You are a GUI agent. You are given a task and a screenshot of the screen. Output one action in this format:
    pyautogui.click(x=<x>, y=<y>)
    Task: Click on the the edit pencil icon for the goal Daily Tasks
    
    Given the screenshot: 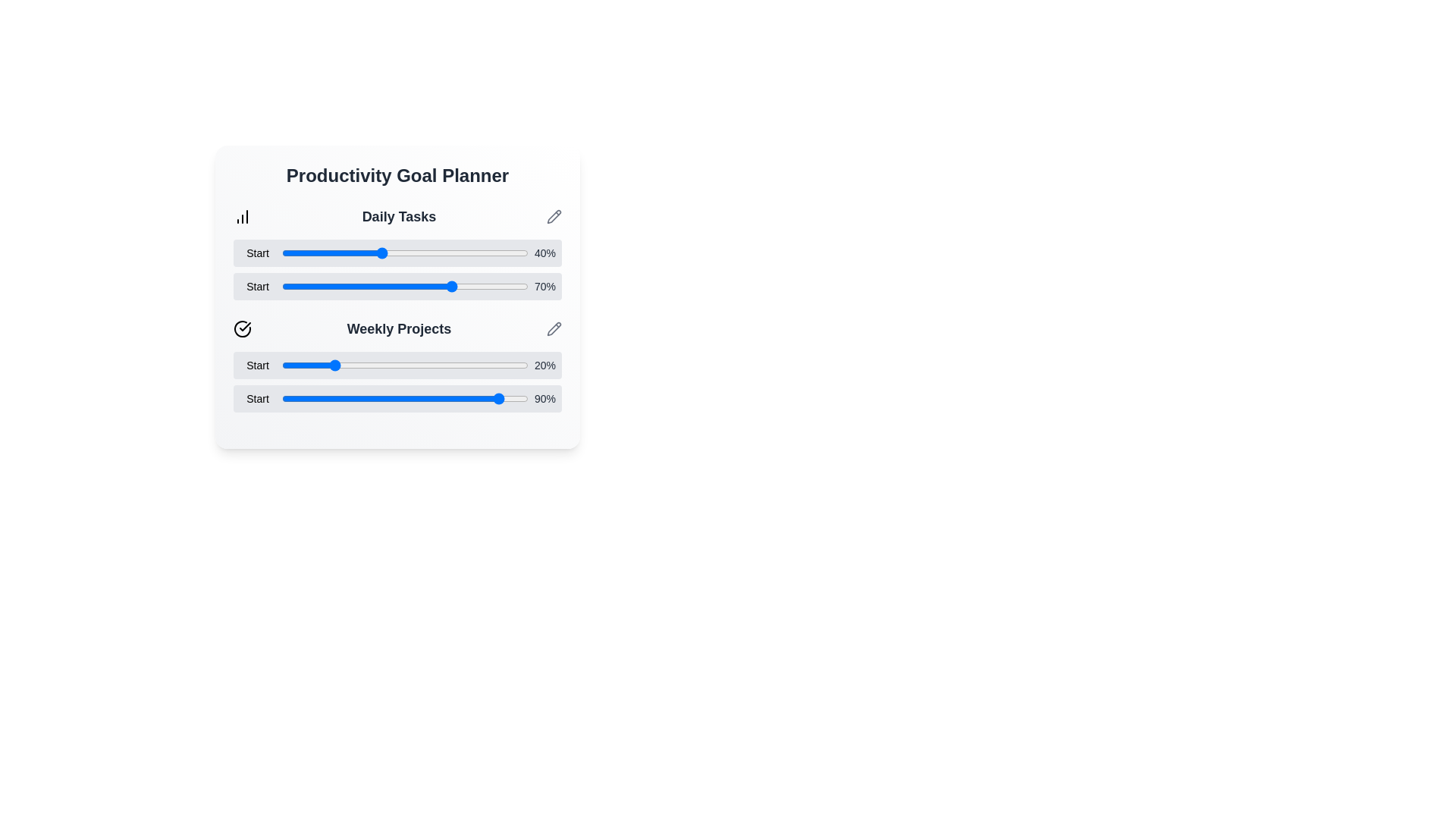 What is the action you would take?
    pyautogui.click(x=553, y=216)
    